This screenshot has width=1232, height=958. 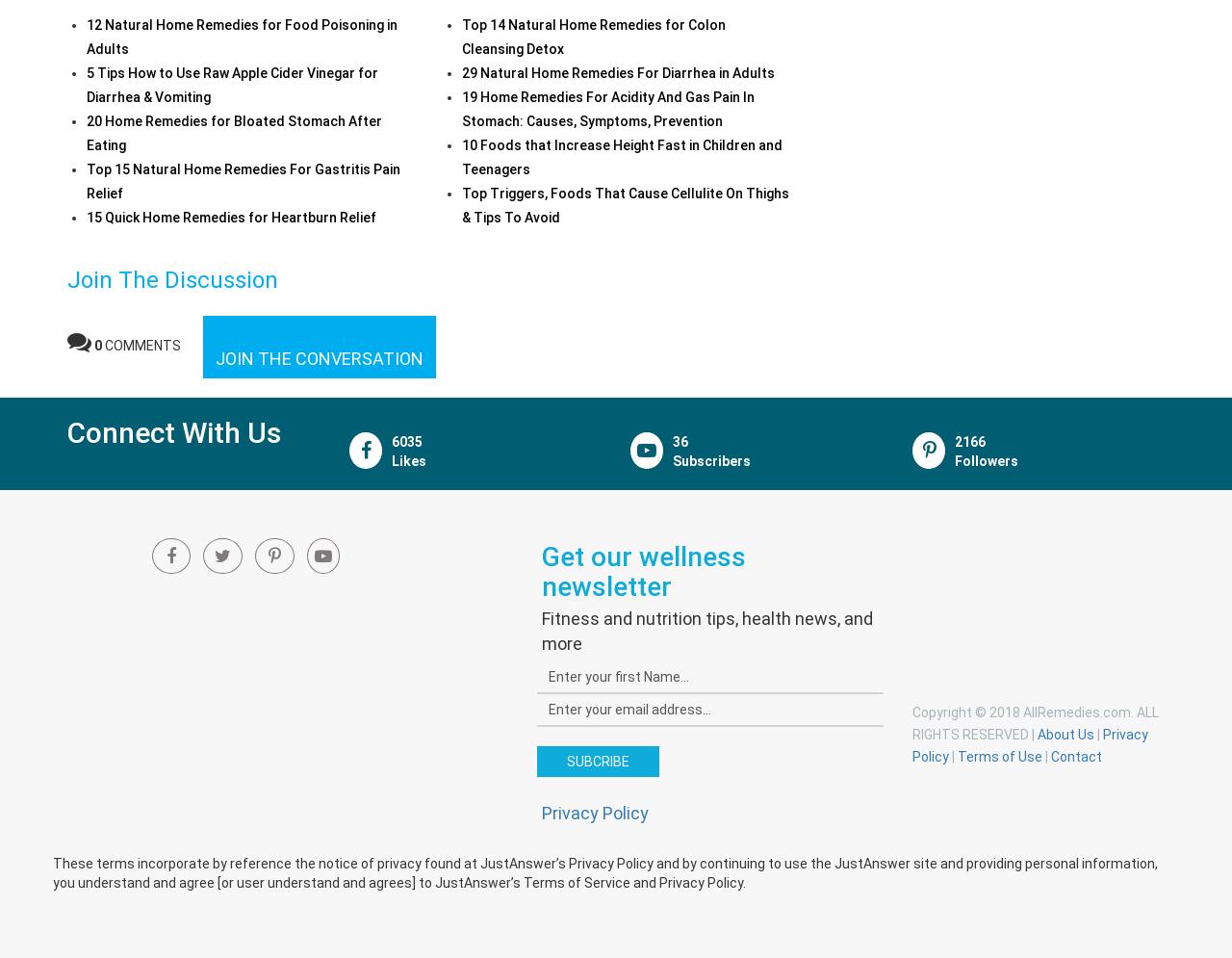 What do you see at coordinates (1064, 732) in the screenshot?
I see `'About Us'` at bounding box center [1064, 732].